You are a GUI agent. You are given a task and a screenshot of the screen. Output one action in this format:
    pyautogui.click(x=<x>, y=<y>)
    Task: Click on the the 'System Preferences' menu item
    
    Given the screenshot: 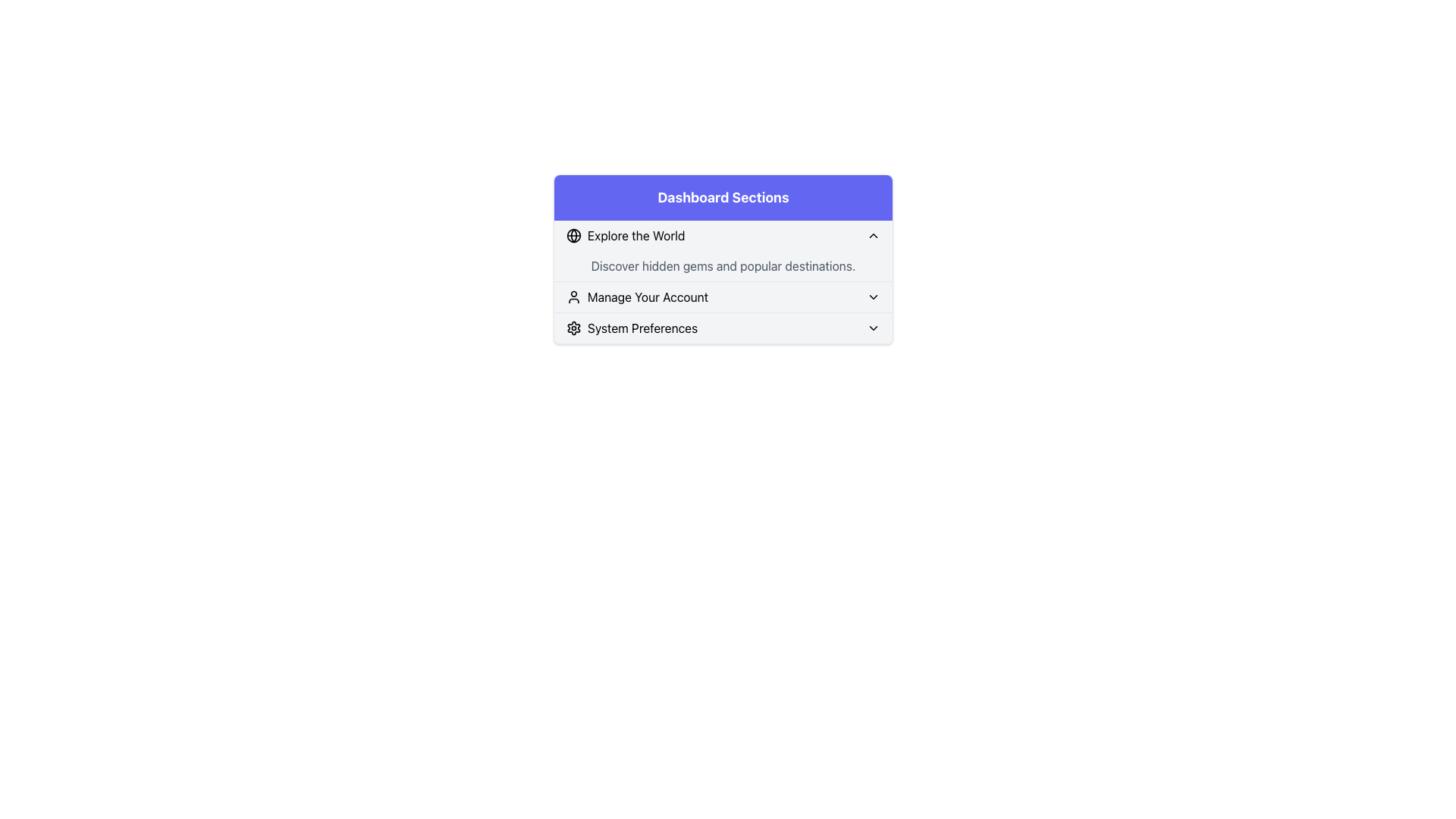 What is the action you would take?
    pyautogui.click(x=723, y=327)
    